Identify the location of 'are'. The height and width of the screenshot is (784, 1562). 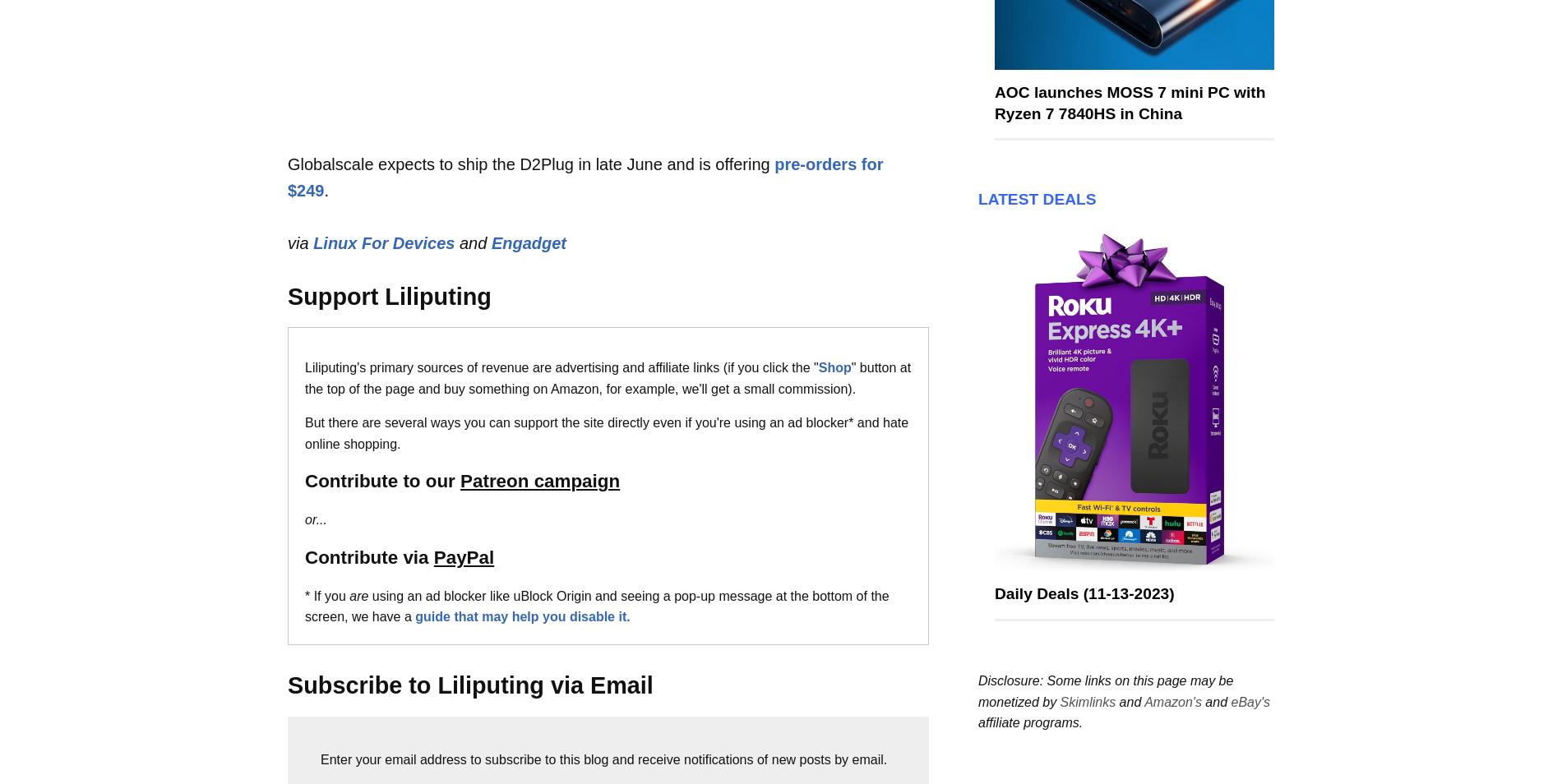
(358, 595).